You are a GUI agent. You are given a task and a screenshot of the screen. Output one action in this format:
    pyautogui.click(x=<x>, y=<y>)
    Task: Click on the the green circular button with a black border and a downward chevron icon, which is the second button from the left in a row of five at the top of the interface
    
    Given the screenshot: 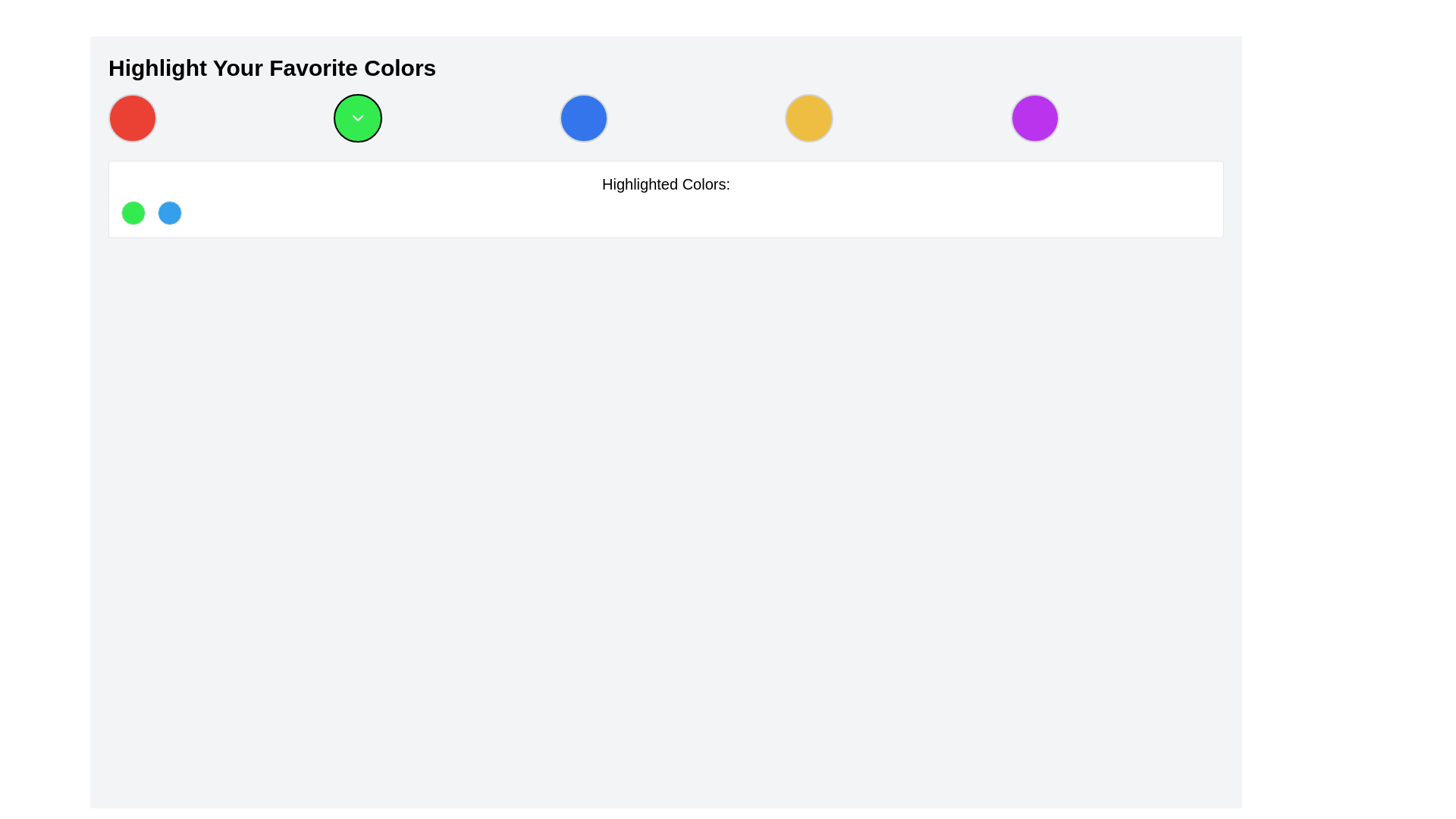 What is the action you would take?
    pyautogui.click(x=357, y=117)
    